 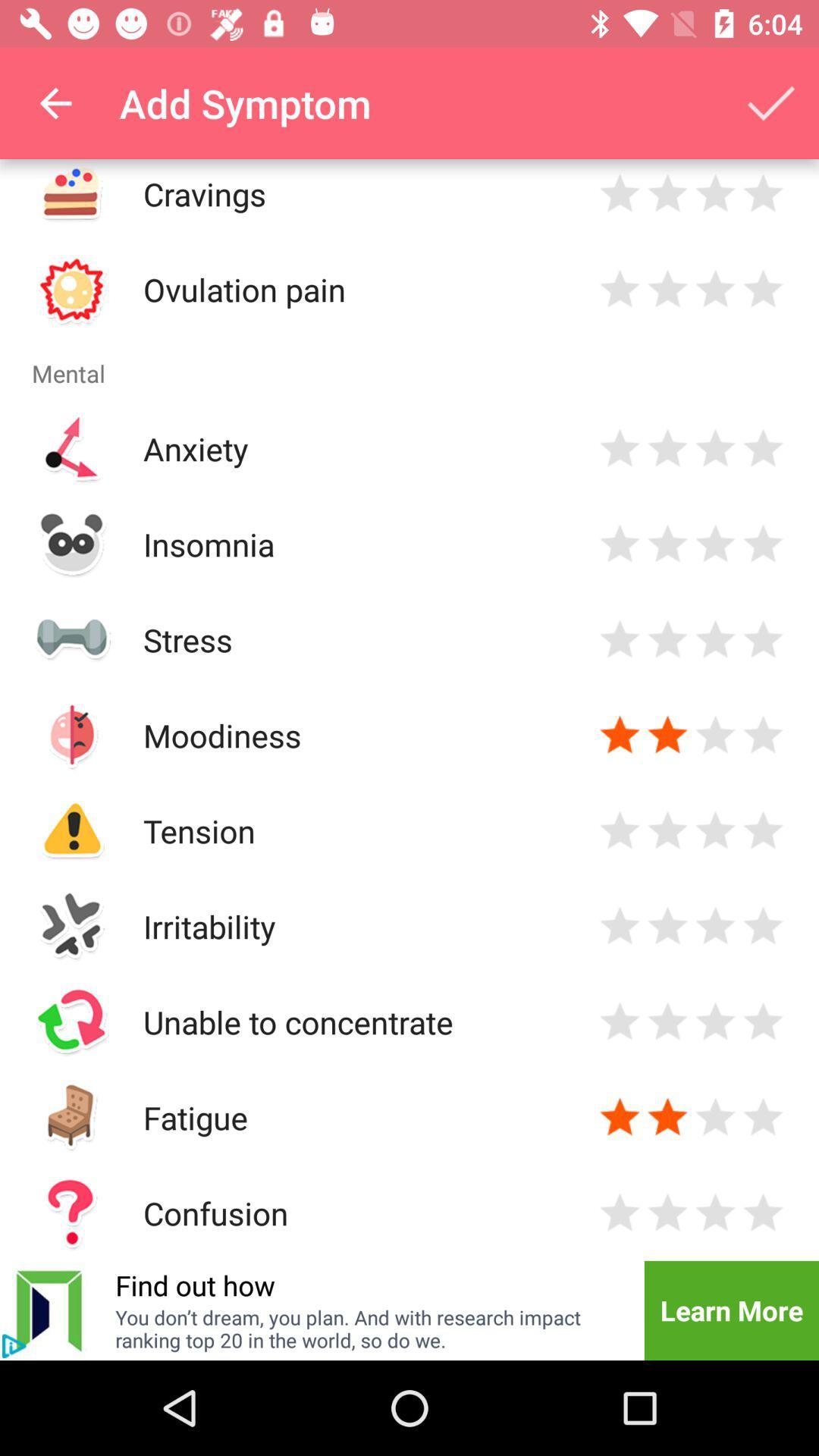 What do you see at coordinates (194, 1284) in the screenshot?
I see `item next to the learn more icon` at bounding box center [194, 1284].